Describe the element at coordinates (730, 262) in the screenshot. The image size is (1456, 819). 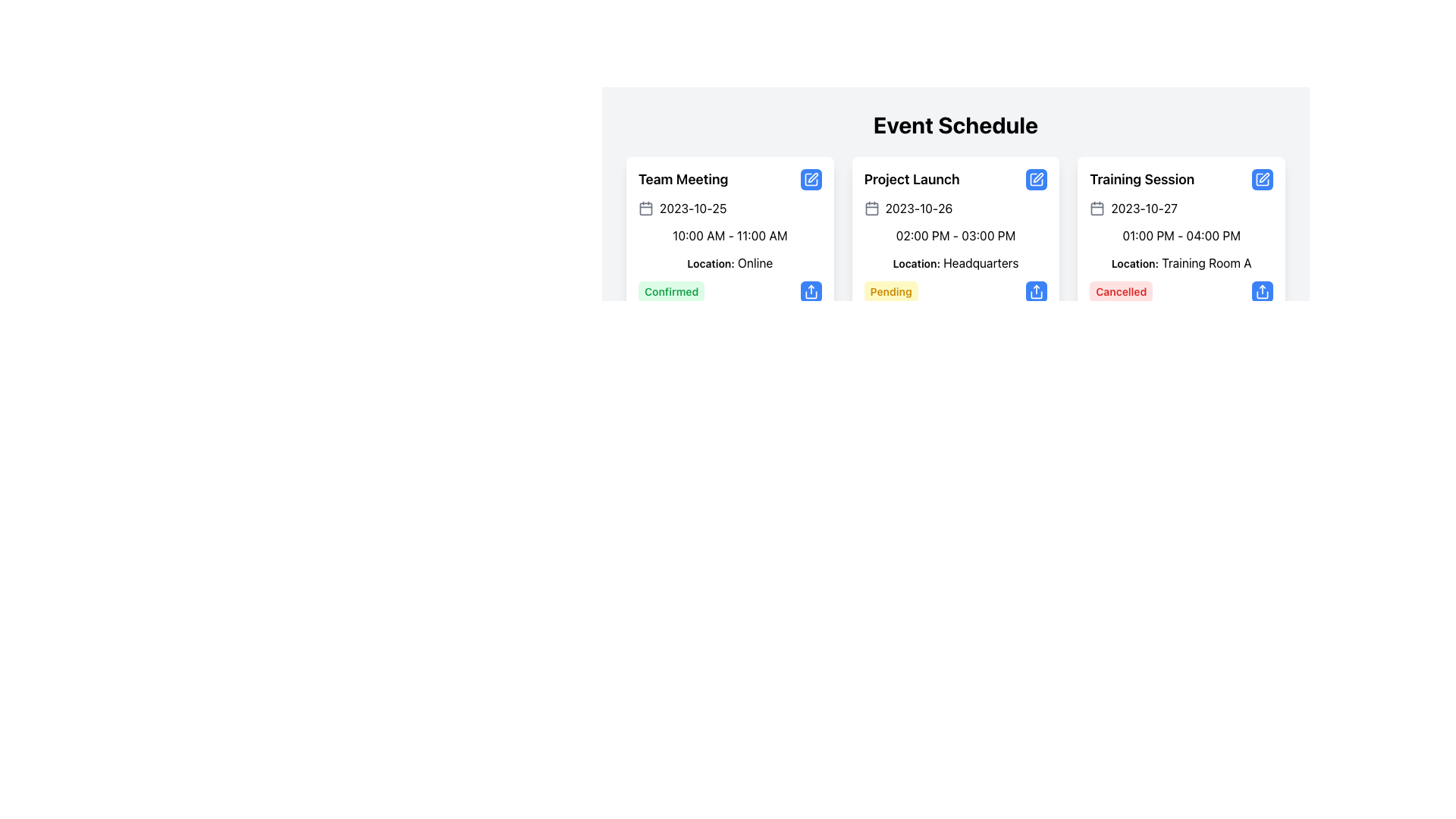
I see `the Text Label element displaying 'Location: Online' that is located in the 'Team Meeting' section, positioned beneath '10:00 AM - 11:00 AM' and above 'Confirmed'` at that location.